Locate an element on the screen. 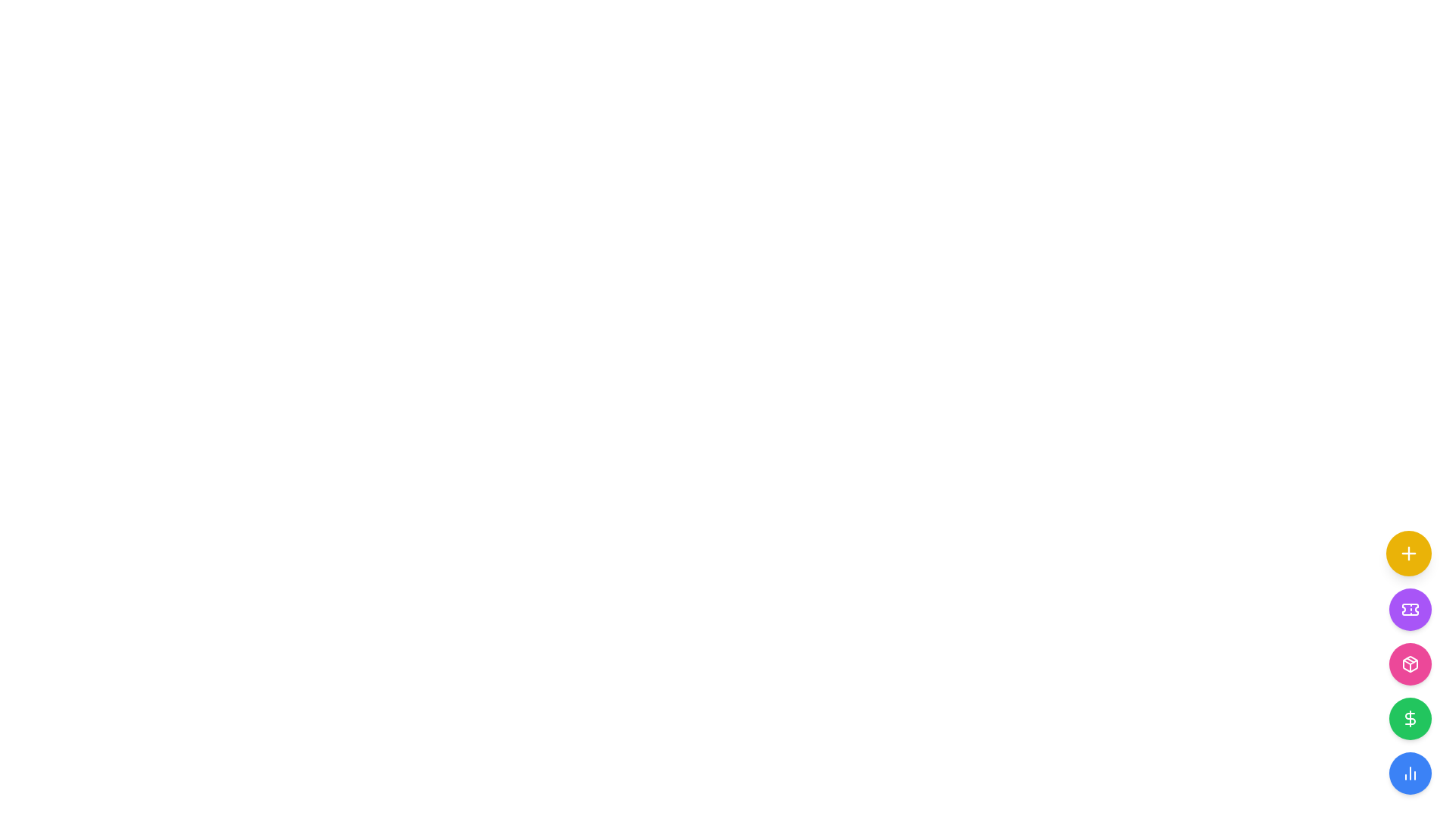 The height and width of the screenshot is (819, 1456). the circular purple button with a white ticket-like icon is located at coordinates (1410, 608).